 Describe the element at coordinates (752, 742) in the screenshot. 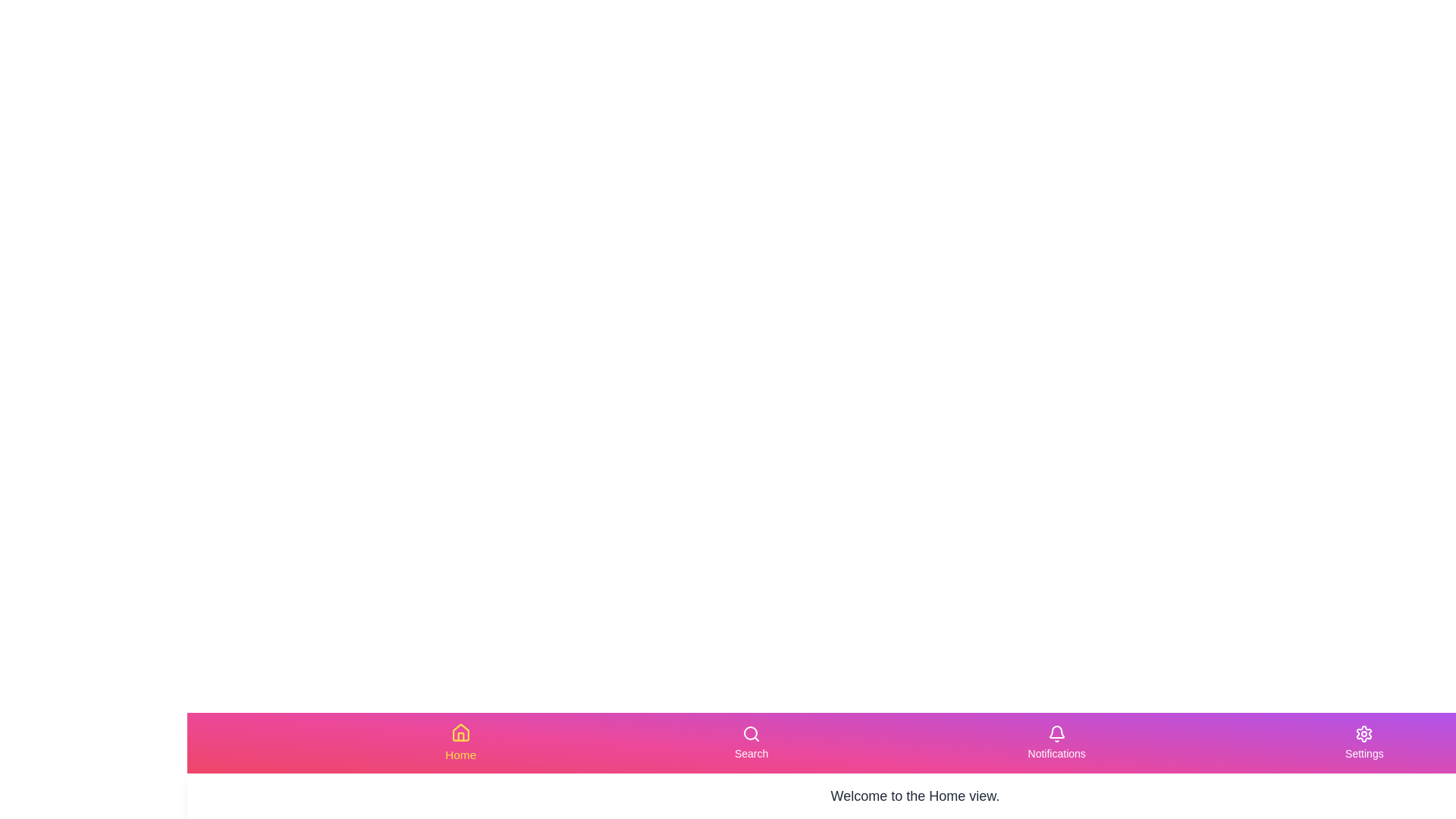

I see `the Search tab in the navigation bar` at that location.